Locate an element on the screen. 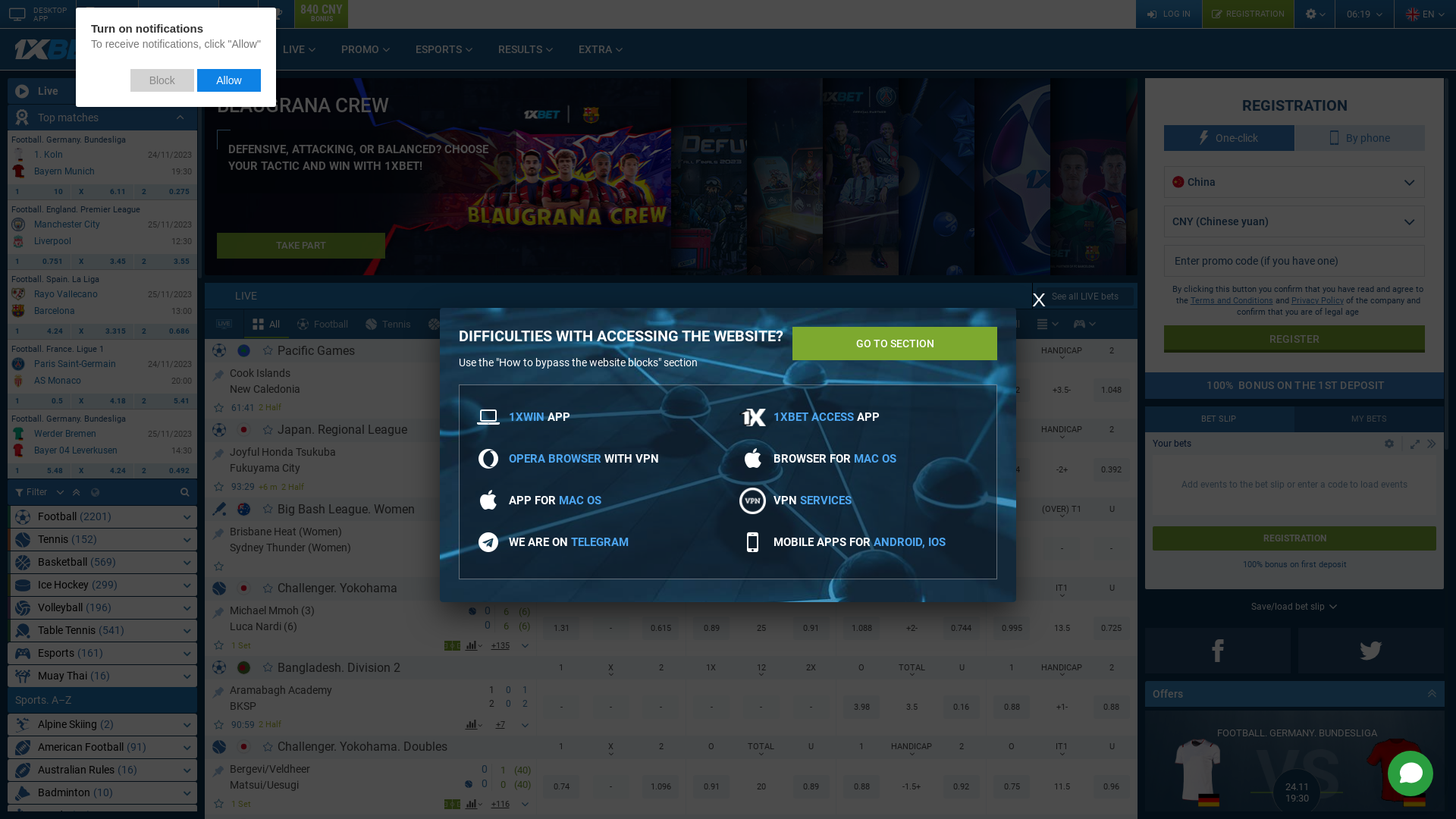 The width and height of the screenshot is (1456, 819). '100% BONUS ON THE 1ST DEPOSIT' is located at coordinates (1294, 384).